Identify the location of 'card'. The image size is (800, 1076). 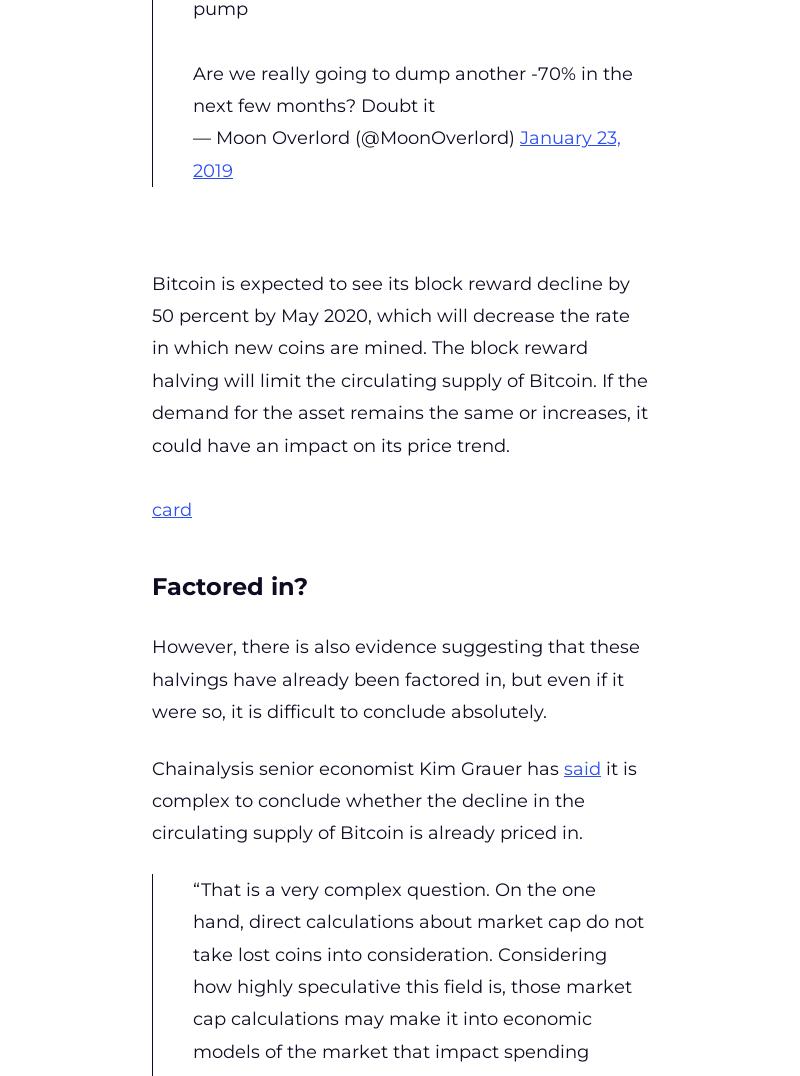
(171, 510).